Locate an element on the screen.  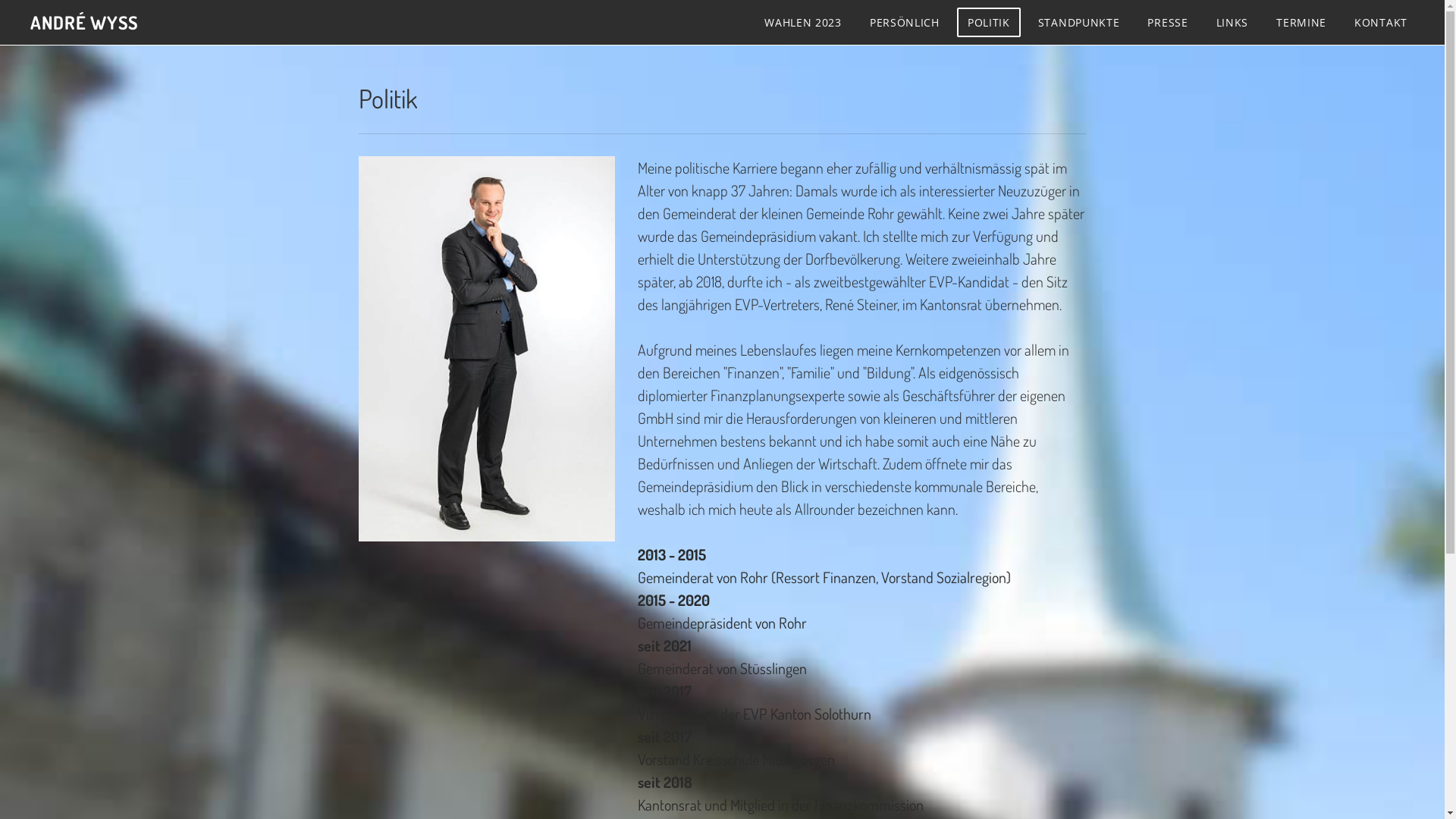
'TERMINE' is located at coordinates (1301, 22).